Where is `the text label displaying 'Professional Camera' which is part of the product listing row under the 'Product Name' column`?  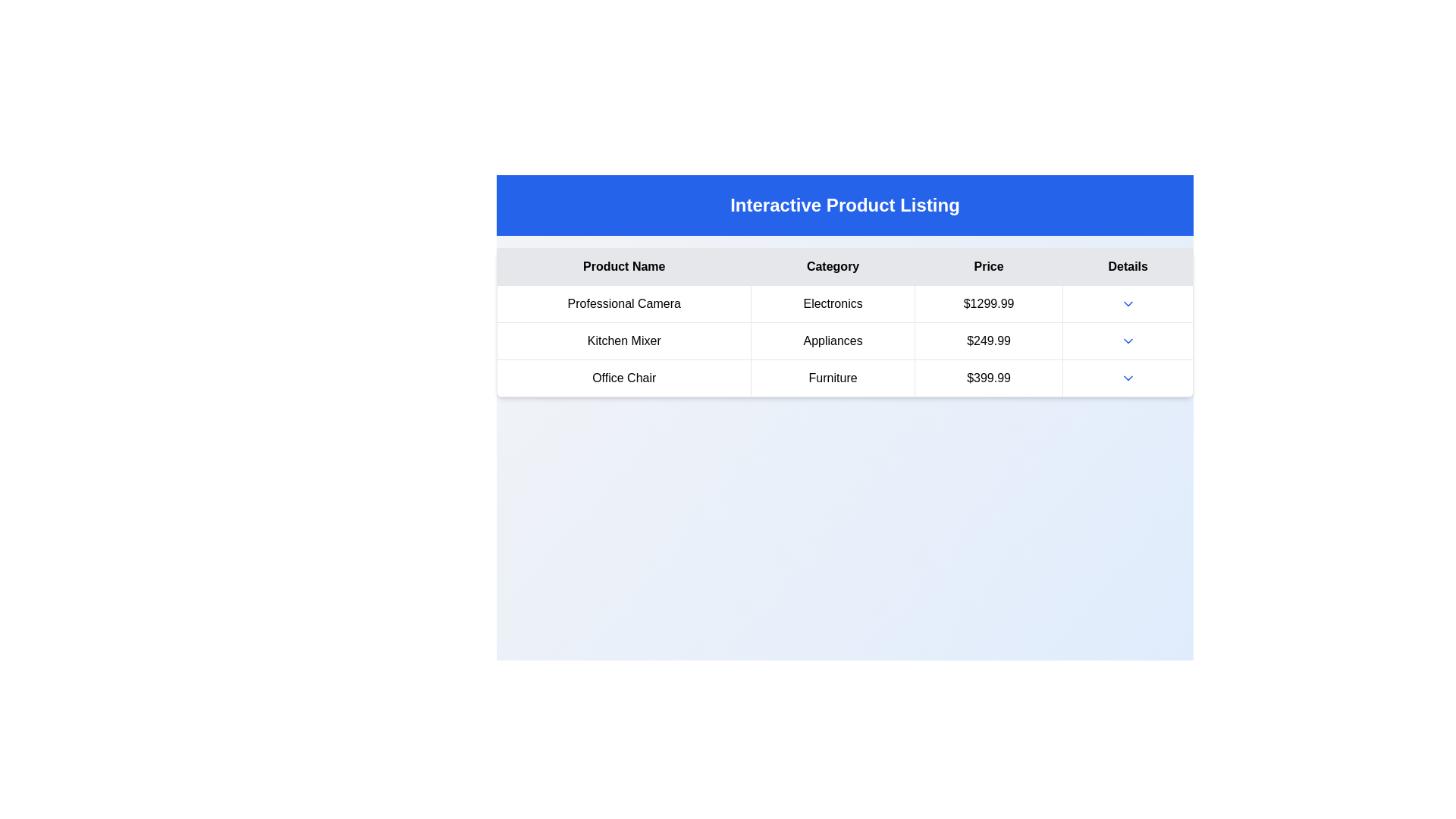 the text label displaying 'Professional Camera' which is part of the product listing row under the 'Product Name' column is located at coordinates (624, 304).